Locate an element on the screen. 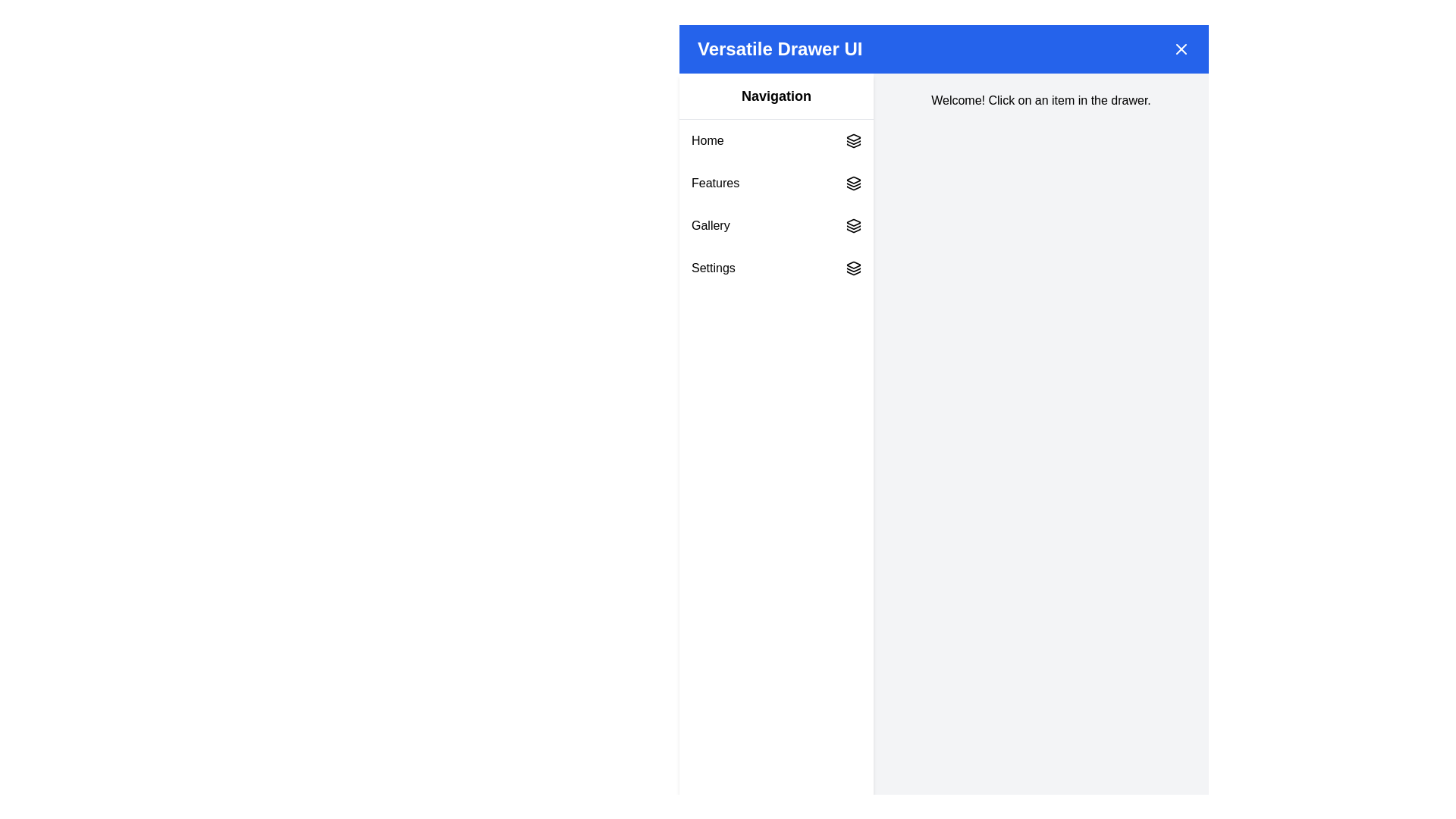  the vertically-oriented navigation menu at the specified coordinates is located at coordinates (776, 205).